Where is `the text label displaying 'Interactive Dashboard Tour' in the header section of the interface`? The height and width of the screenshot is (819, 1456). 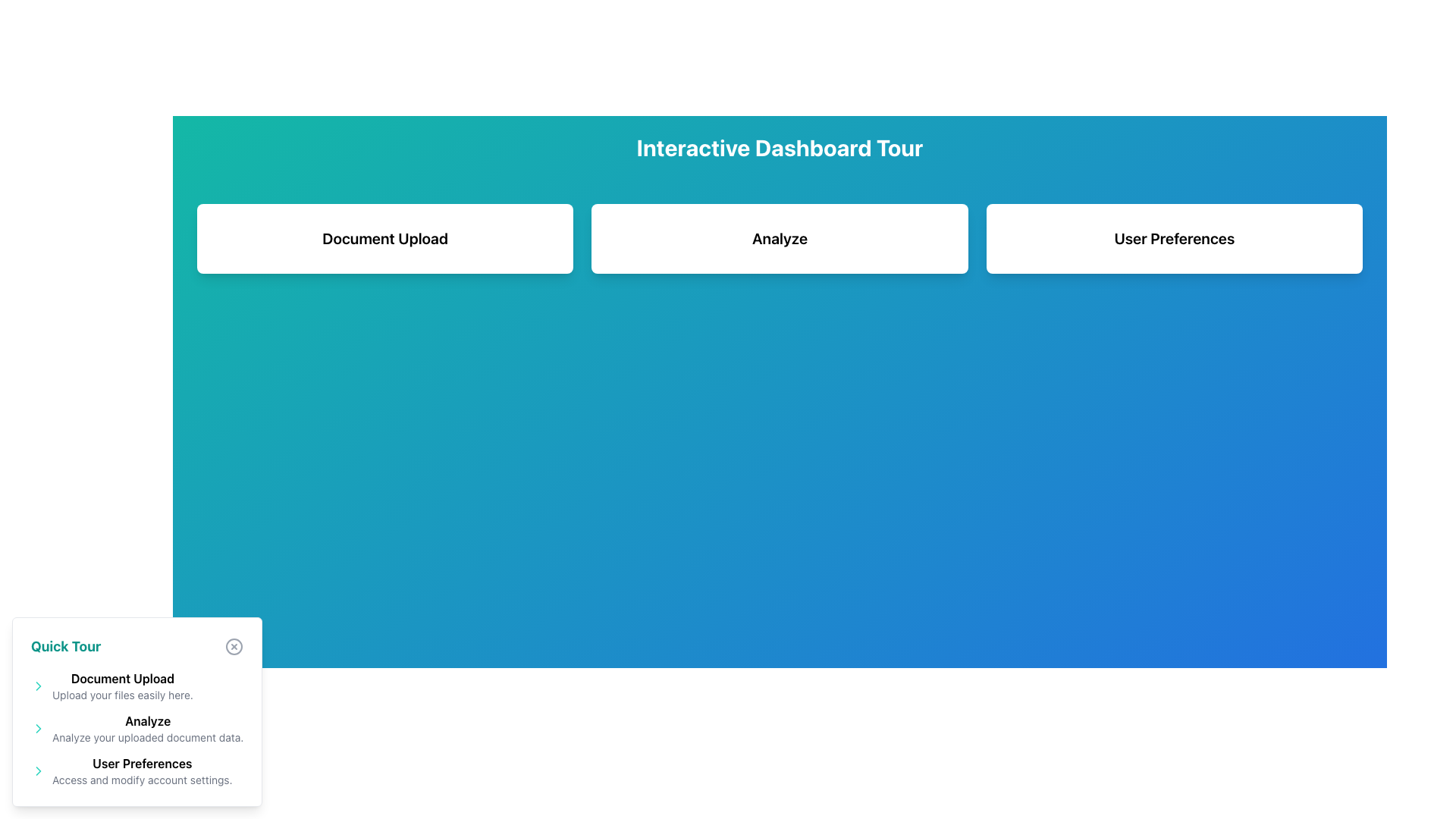 the text label displaying 'Interactive Dashboard Tour' in the header section of the interface is located at coordinates (780, 148).